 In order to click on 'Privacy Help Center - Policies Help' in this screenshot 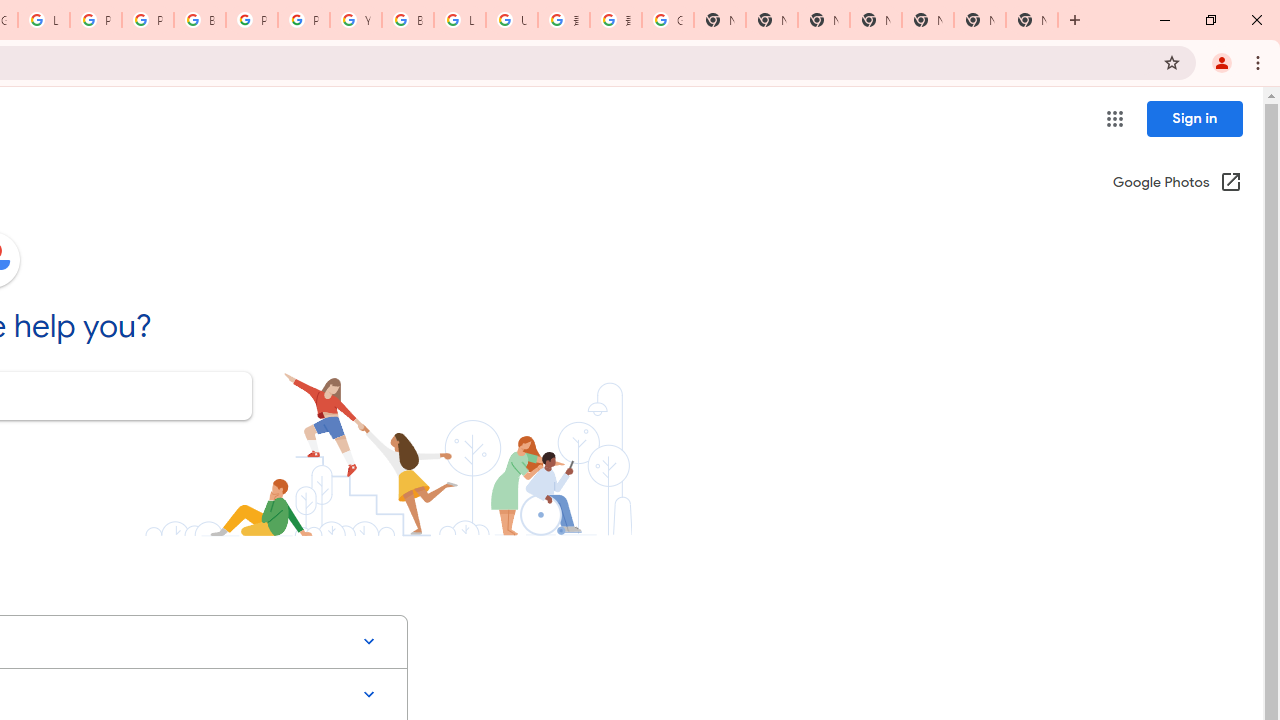, I will do `click(146, 20)`.